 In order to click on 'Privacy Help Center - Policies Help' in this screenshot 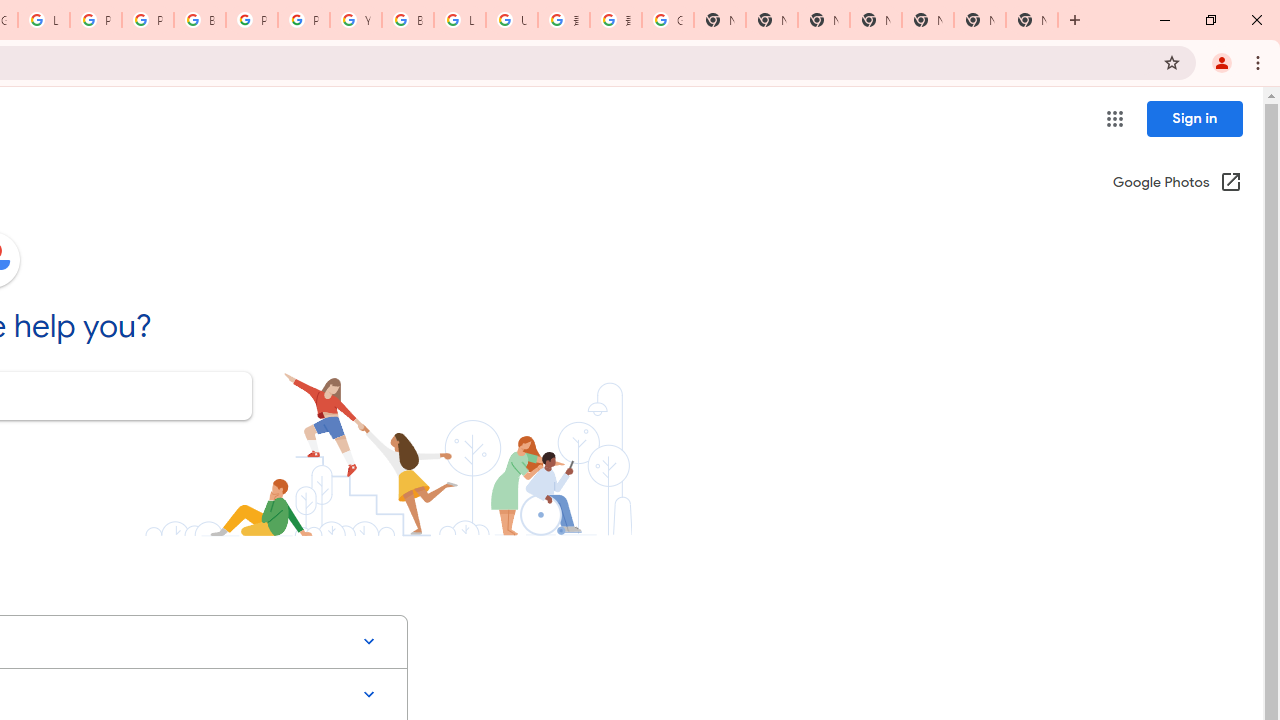, I will do `click(146, 20)`.